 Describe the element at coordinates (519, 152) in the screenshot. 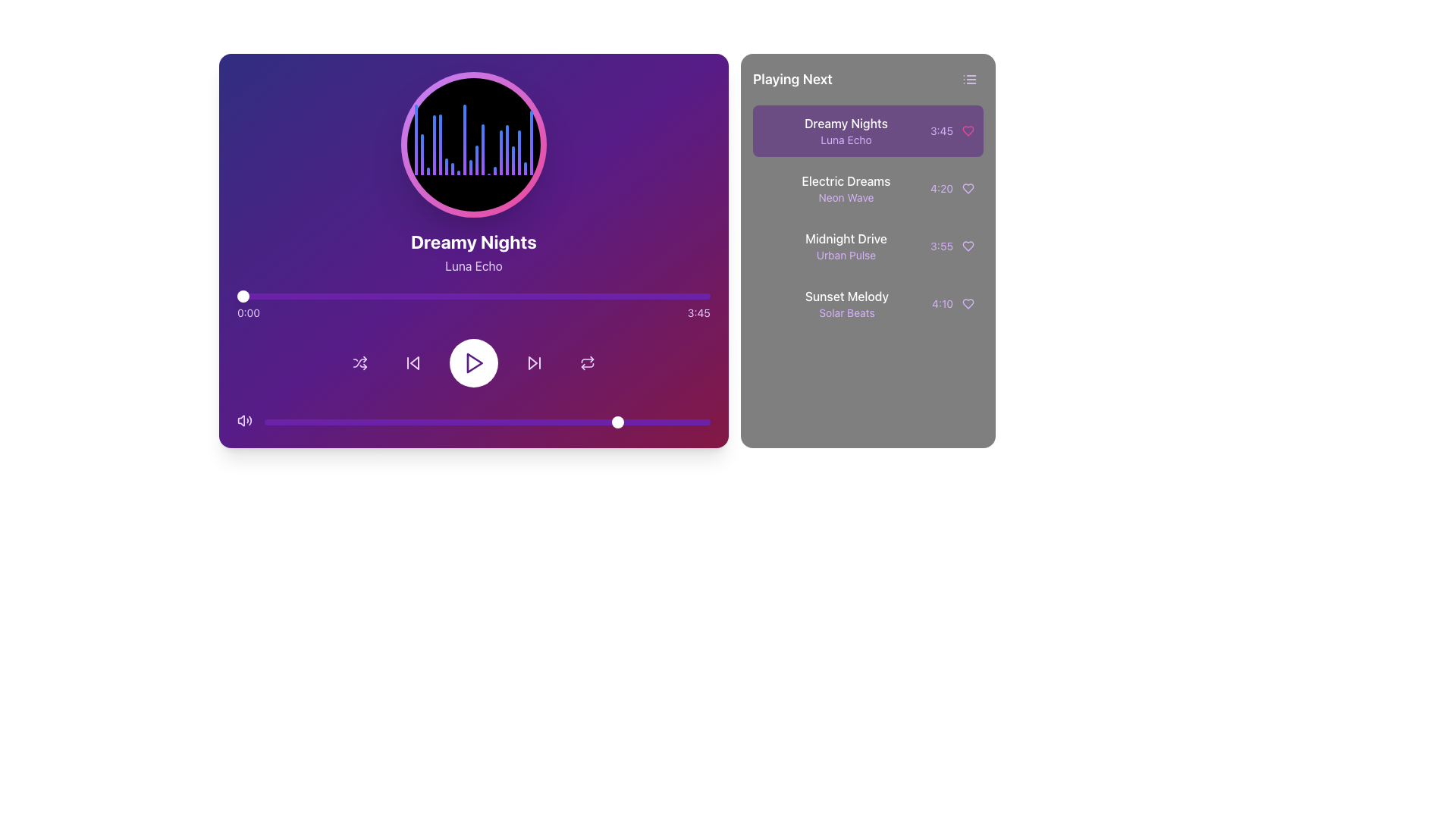

I see `the seventeenth vertical bar in the graphical chart, which features a gradient color from blue to purple and has a rounded top` at that location.